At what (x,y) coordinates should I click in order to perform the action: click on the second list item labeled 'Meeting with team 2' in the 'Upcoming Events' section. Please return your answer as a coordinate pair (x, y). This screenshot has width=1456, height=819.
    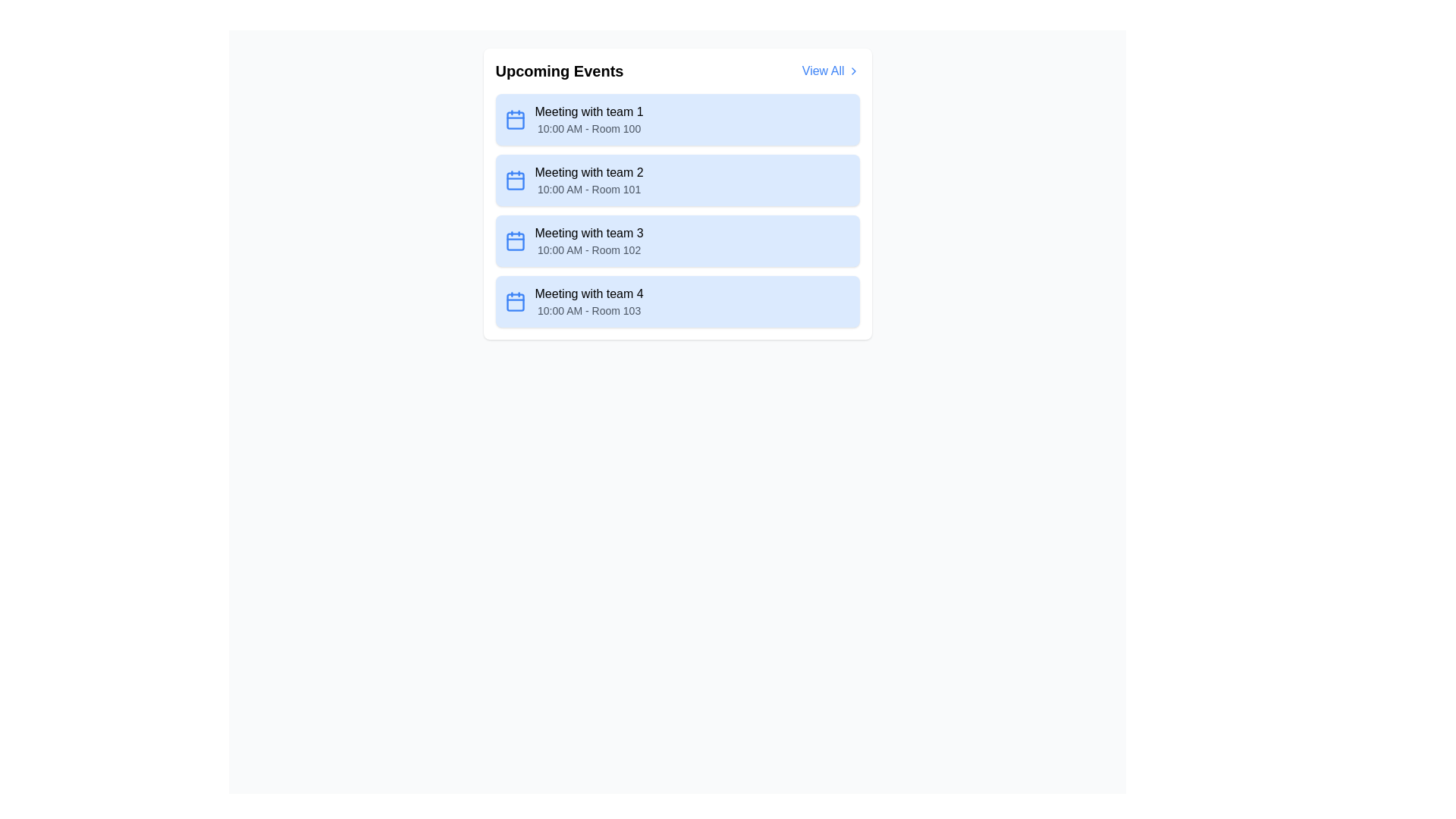
    Looking at the image, I should click on (676, 193).